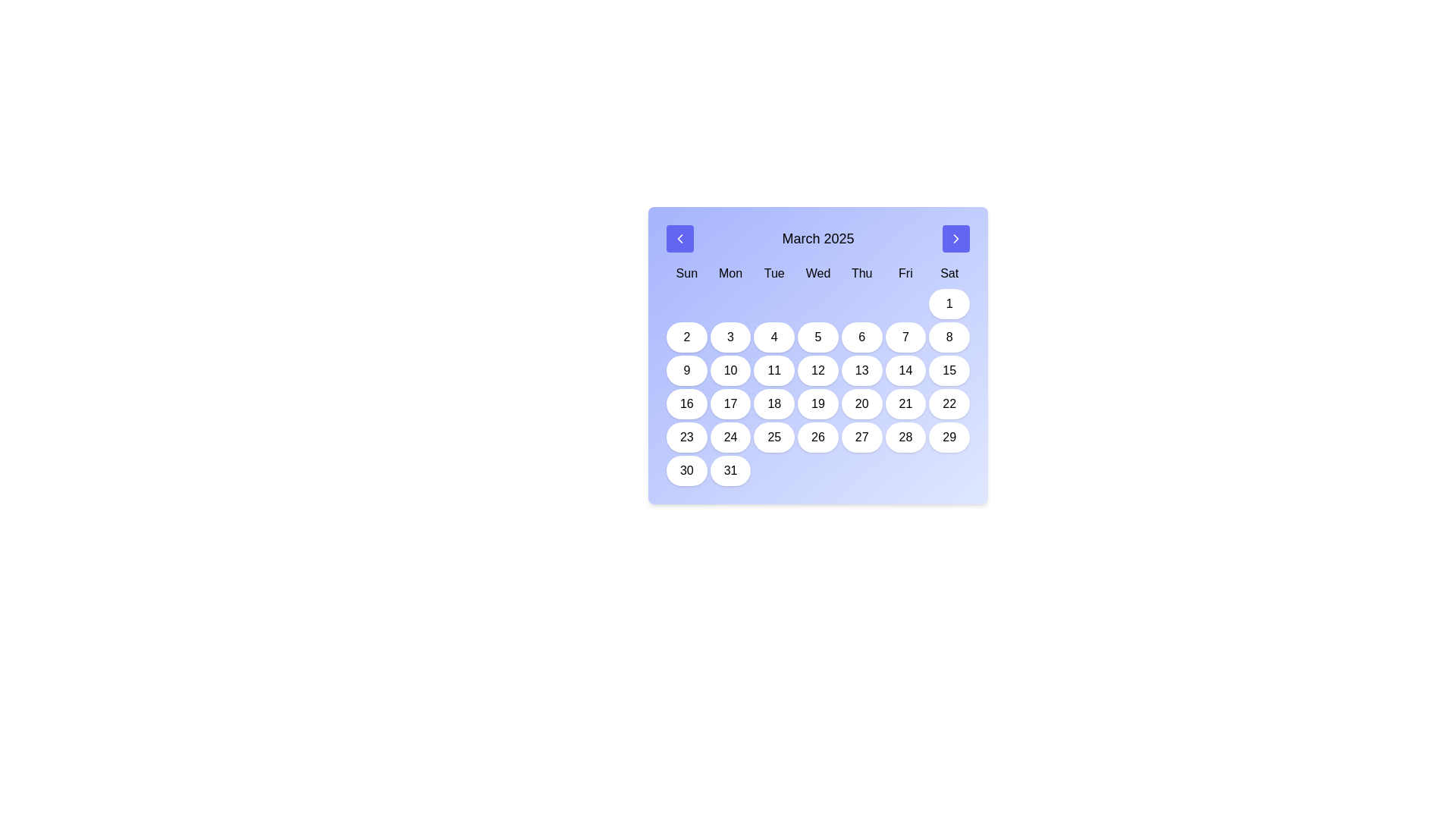  What do you see at coordinates (861, 438) in the screenshot?
I see `the interactive button labeled '27' in the calendar grid` at bounding box center [861, 438].